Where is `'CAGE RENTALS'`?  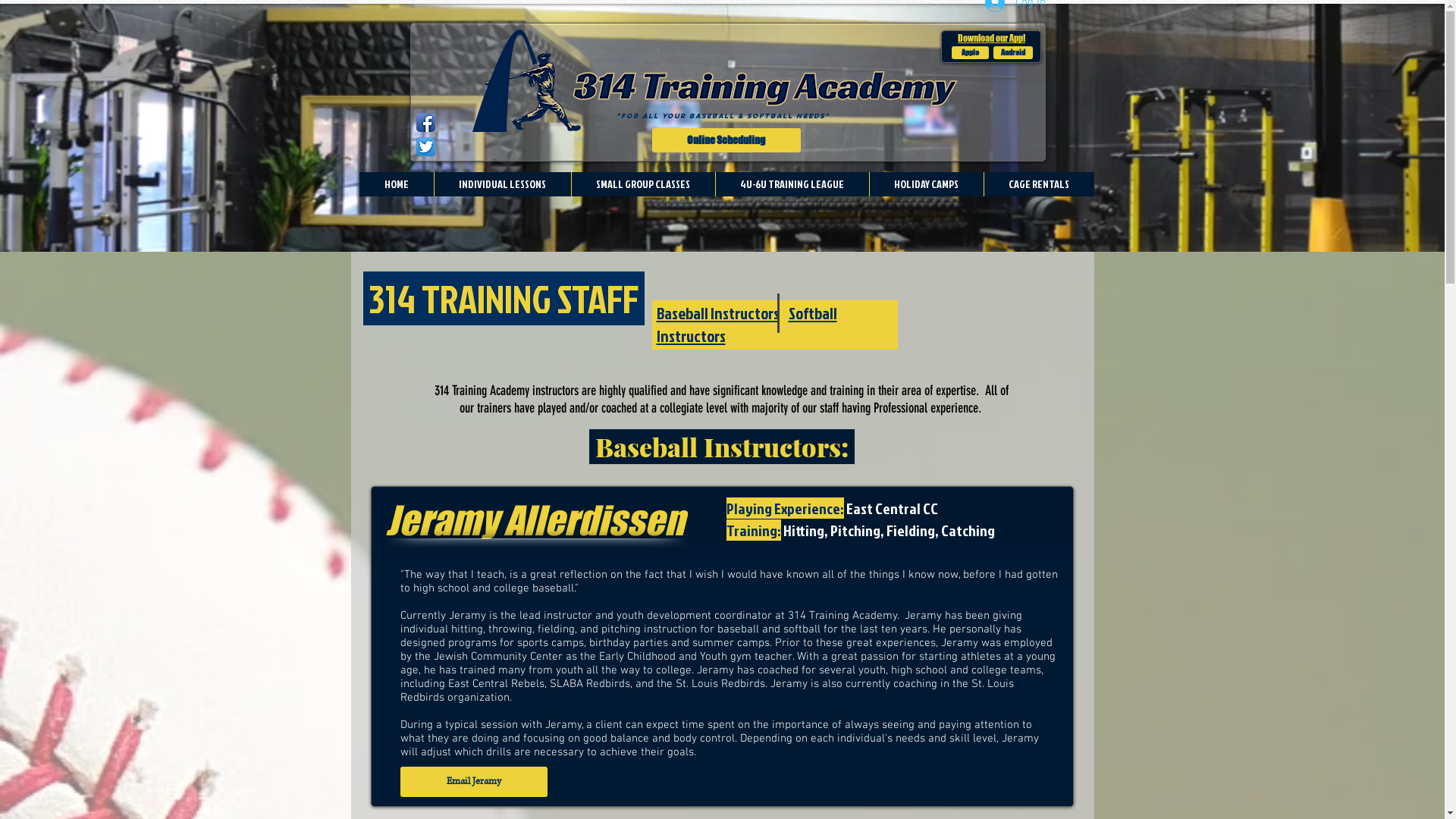
'CAGE RENTALS' is located at coordinates (1037, 184).